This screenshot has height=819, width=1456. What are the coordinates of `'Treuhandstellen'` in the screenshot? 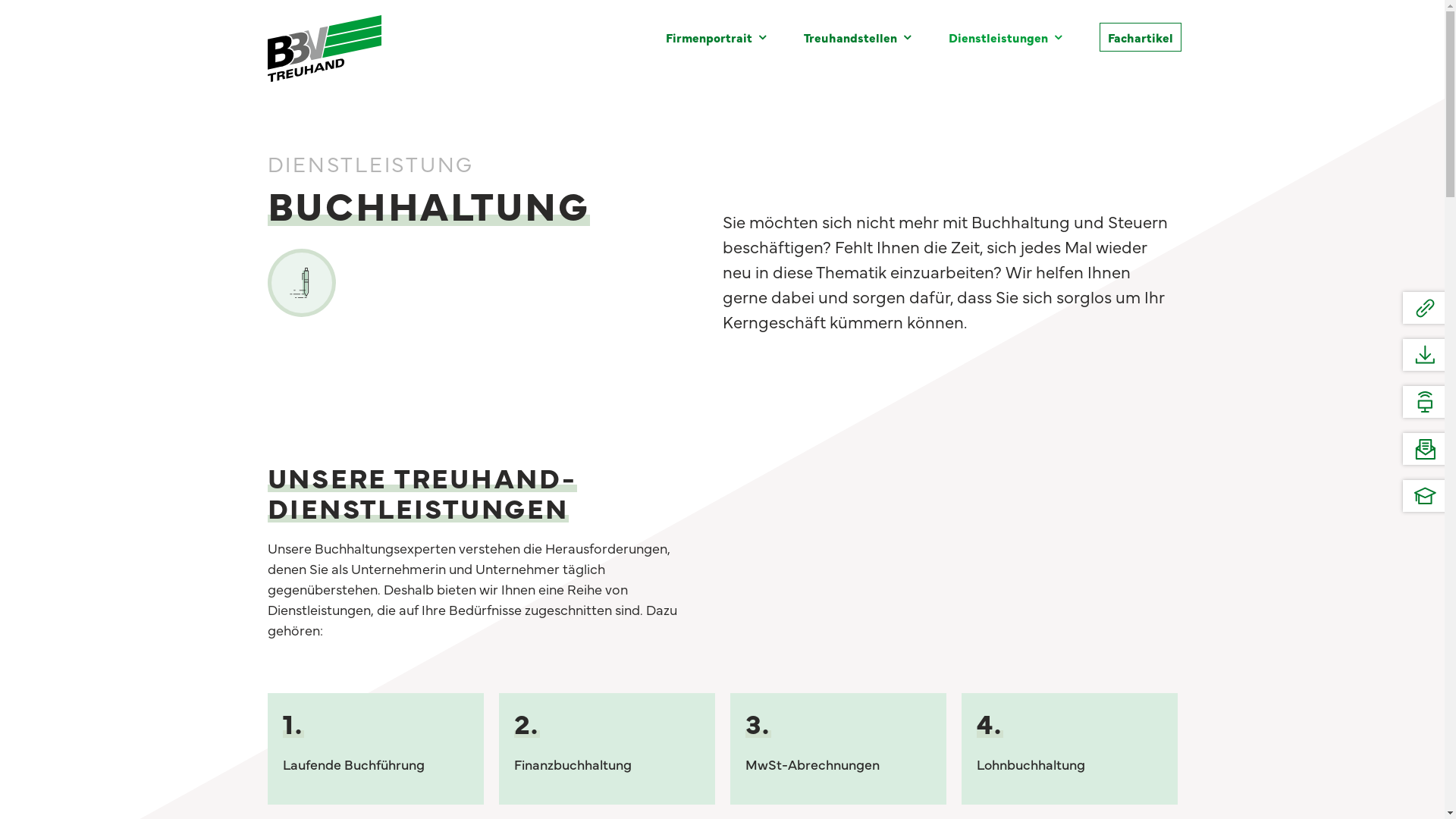 It's located at (857, 36).